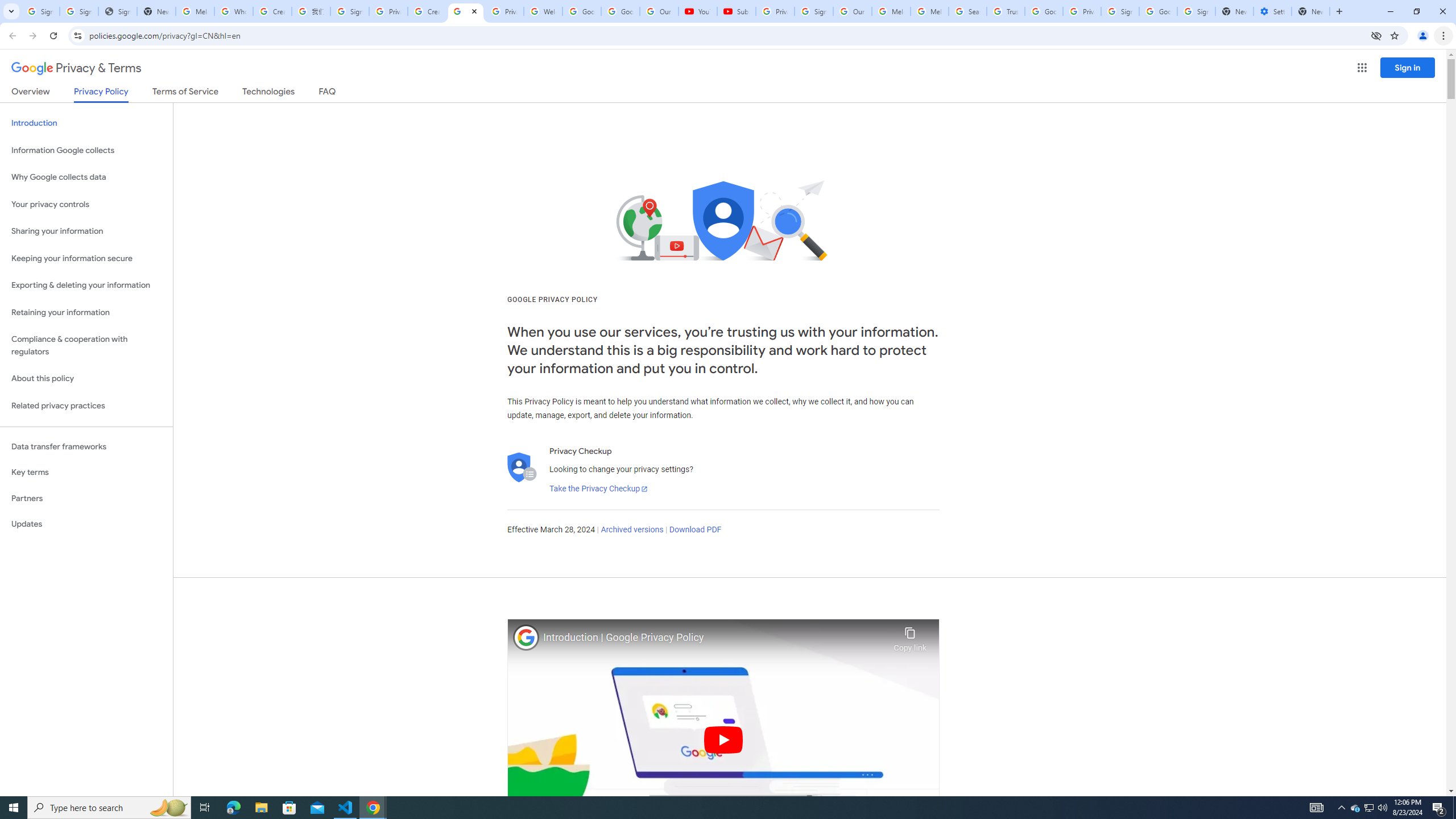  I want to click on 'Google Ads - Sign in', so click(1043, 11).